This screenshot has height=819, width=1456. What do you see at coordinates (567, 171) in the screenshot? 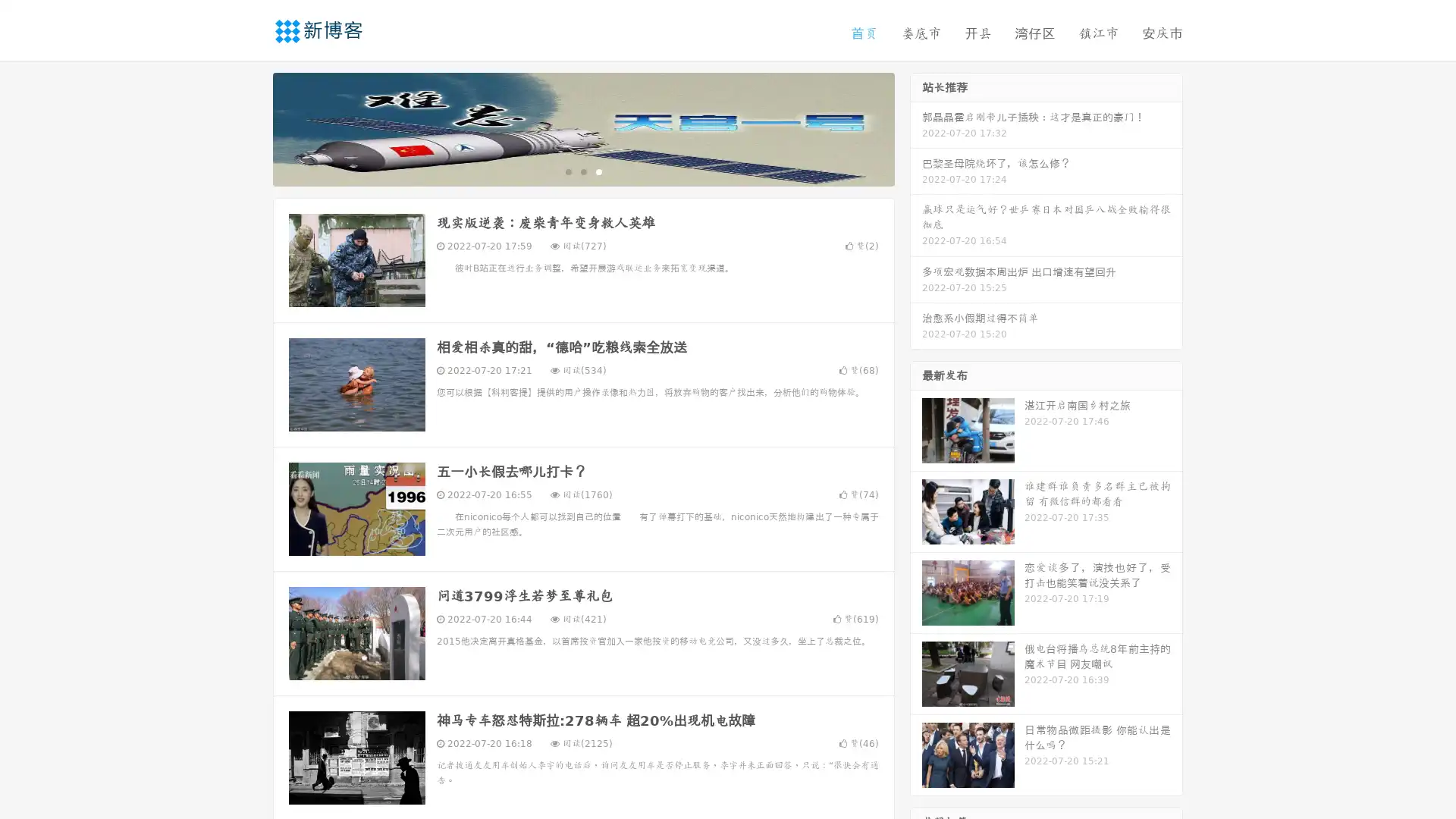
I see `Go to slide 1` at bounding box center [567, 171].